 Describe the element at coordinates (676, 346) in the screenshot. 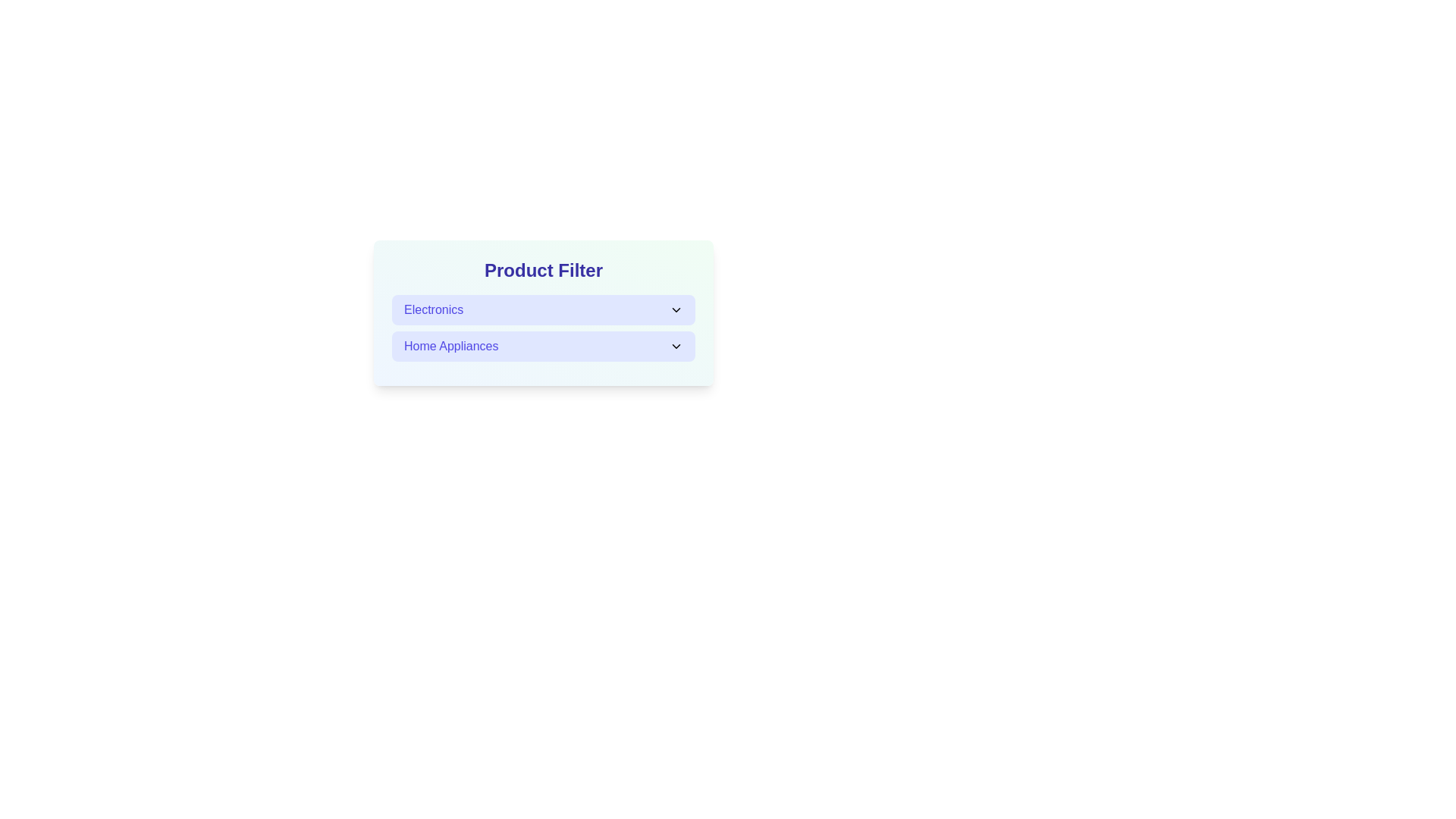

I see `the downwards-pointing chevron icon located on the right side of the 'Home Appliances' row in the 'Product Filter' section` at that location.